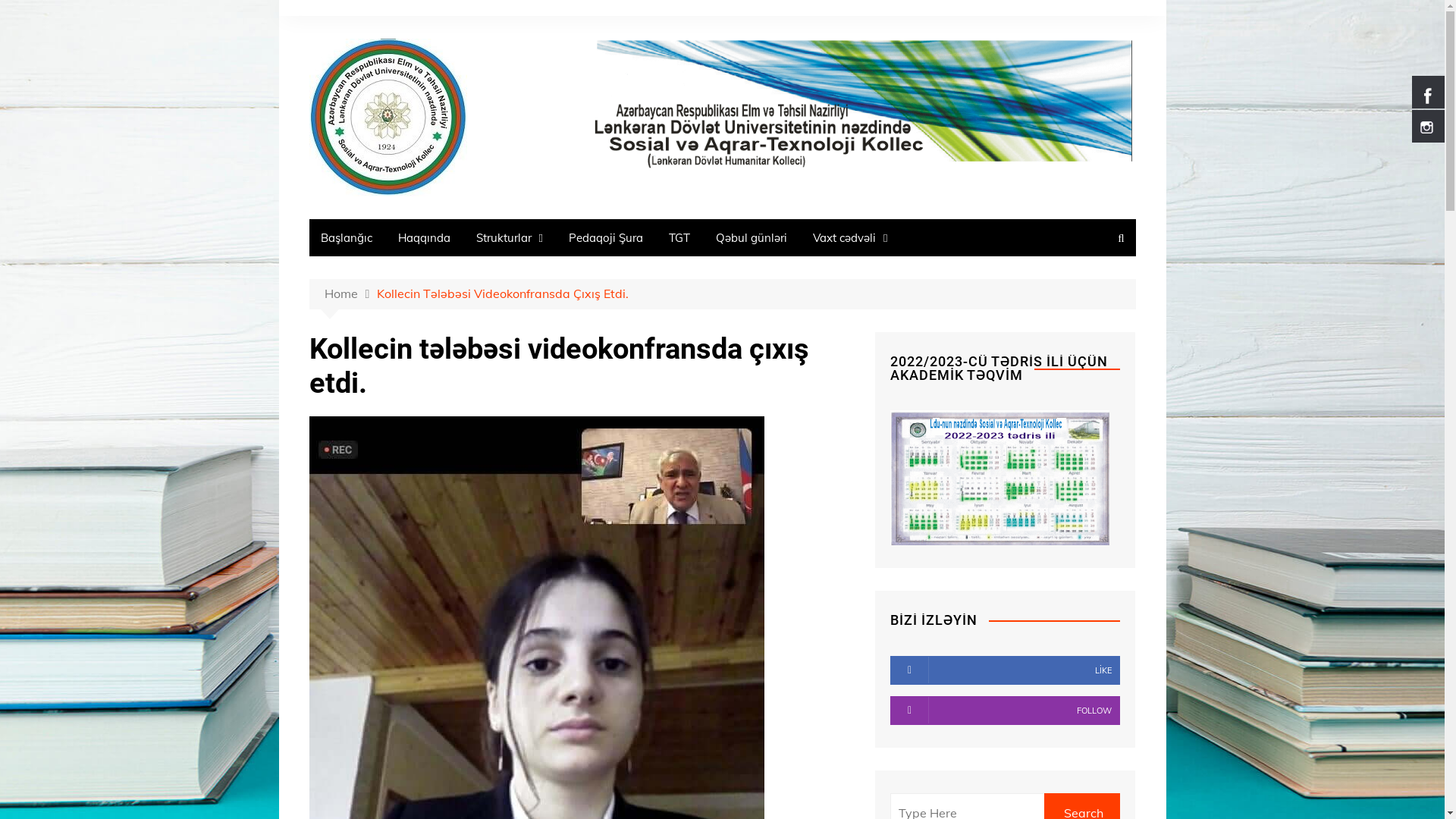 This screenshot has width=1456, height=819. I want to click on 'TGT', so click(679, 237).